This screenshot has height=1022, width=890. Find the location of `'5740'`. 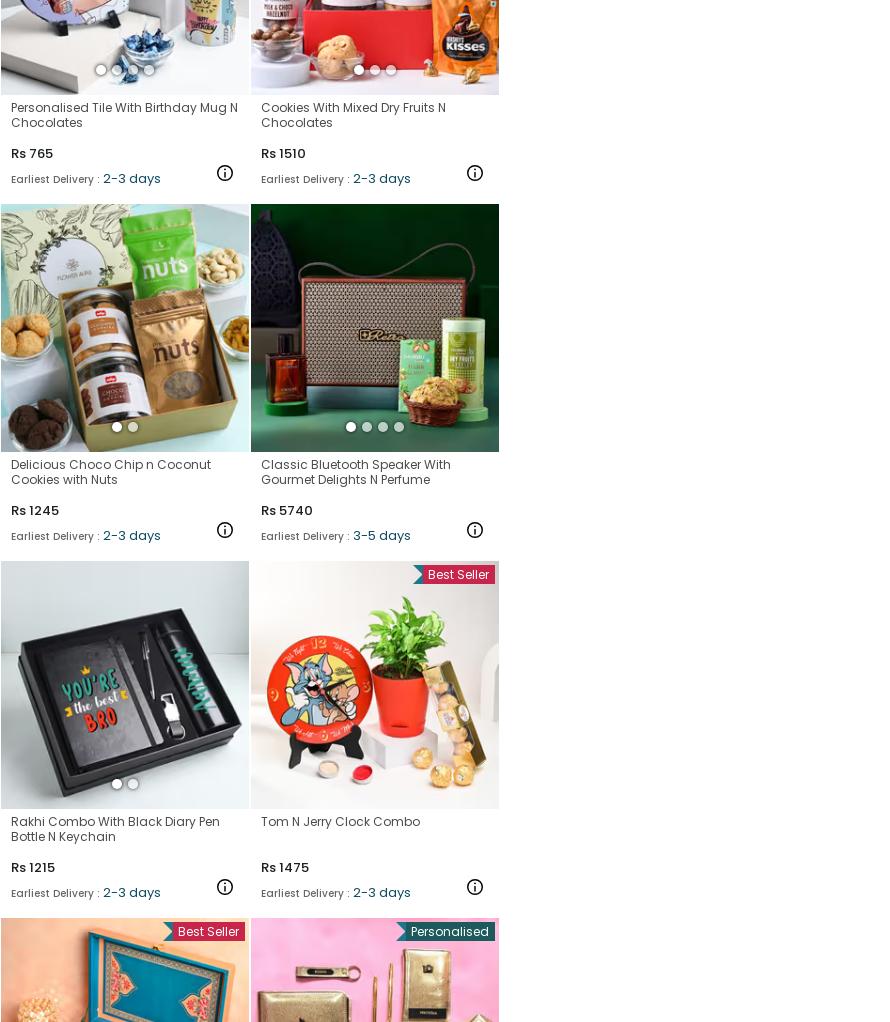

'5740' is located at coordinates (278, 509).